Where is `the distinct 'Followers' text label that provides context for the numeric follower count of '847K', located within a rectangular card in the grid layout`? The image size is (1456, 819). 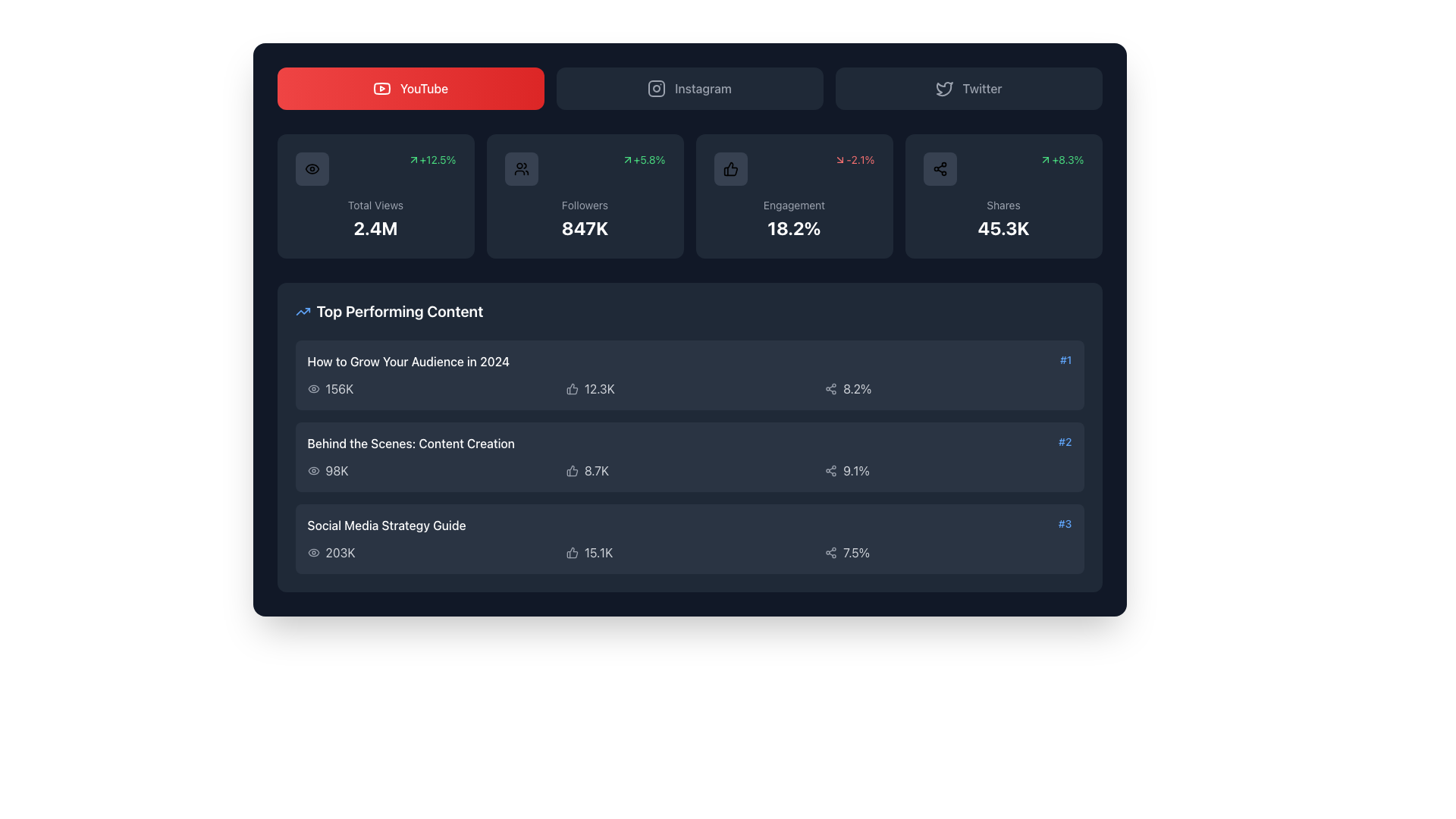 the distinct 'Followers' text label that provides context for the numeric follower count of '847K', located within a rectangular card in the grid layout is located at coordinates (584, 205).